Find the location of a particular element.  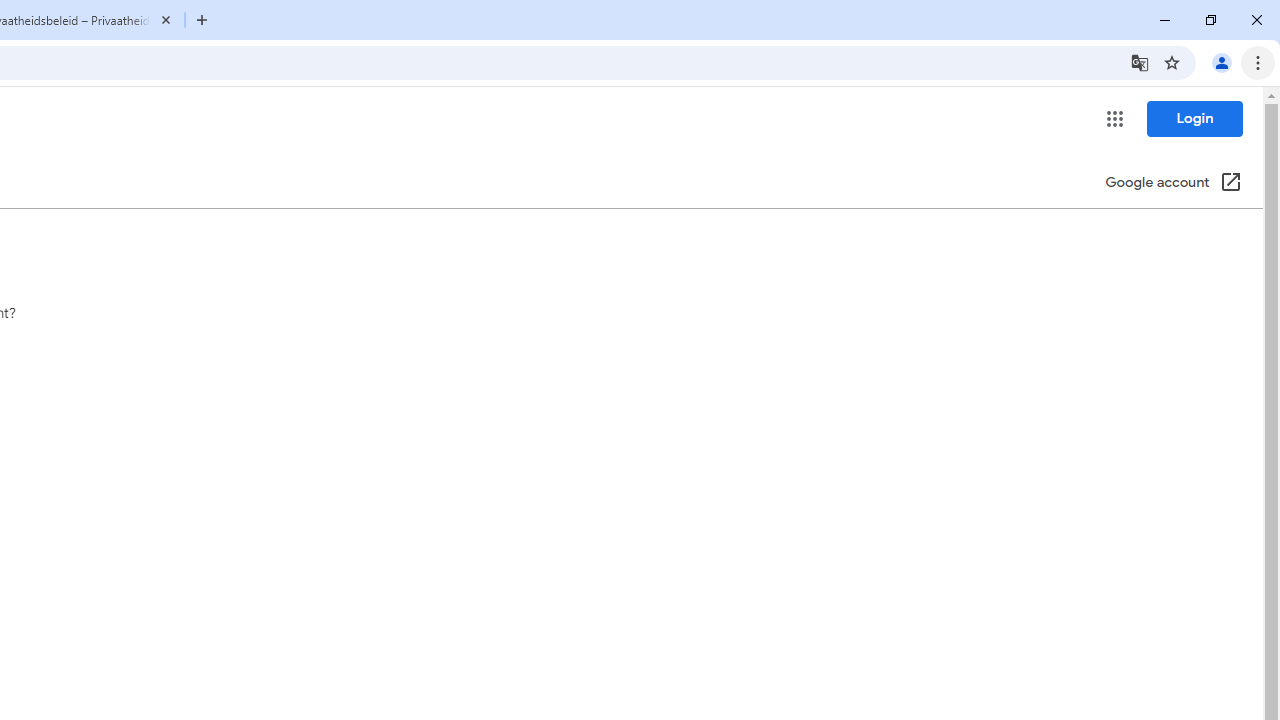

'Translate this page' is located at coordinates (1139, 61).